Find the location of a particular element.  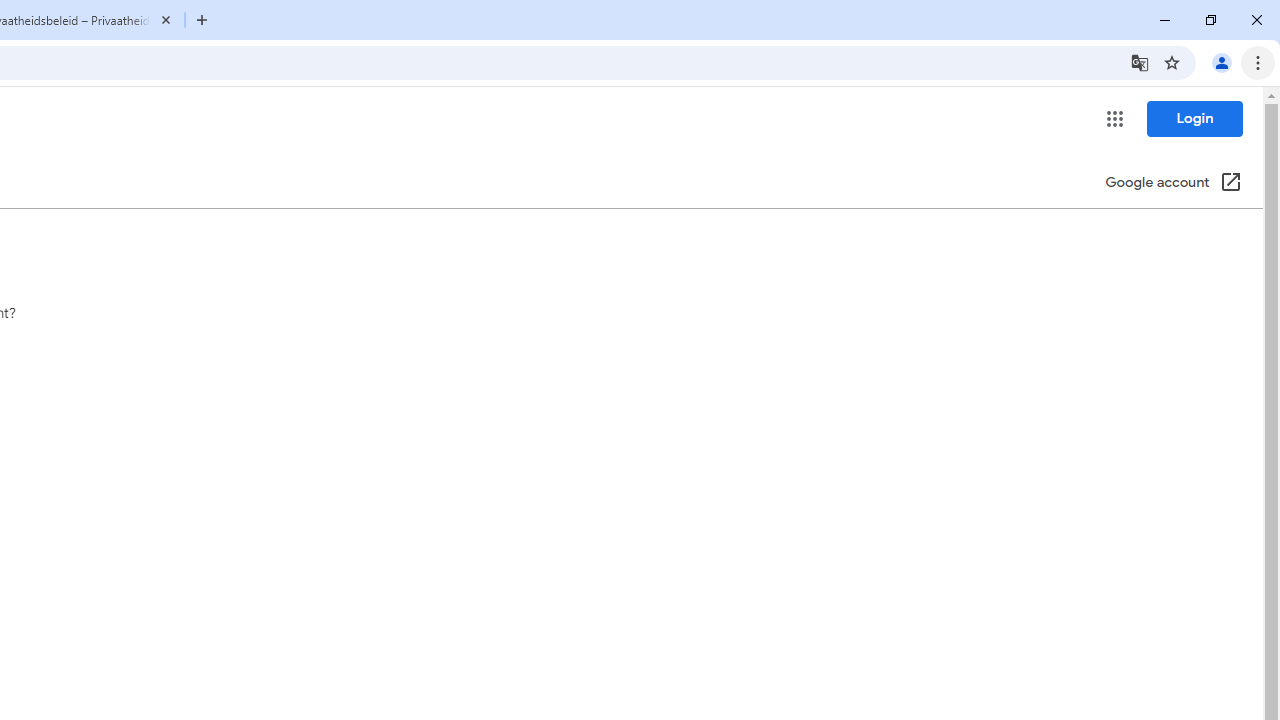

'Translate this page' is located at coordinates (1139, 61).